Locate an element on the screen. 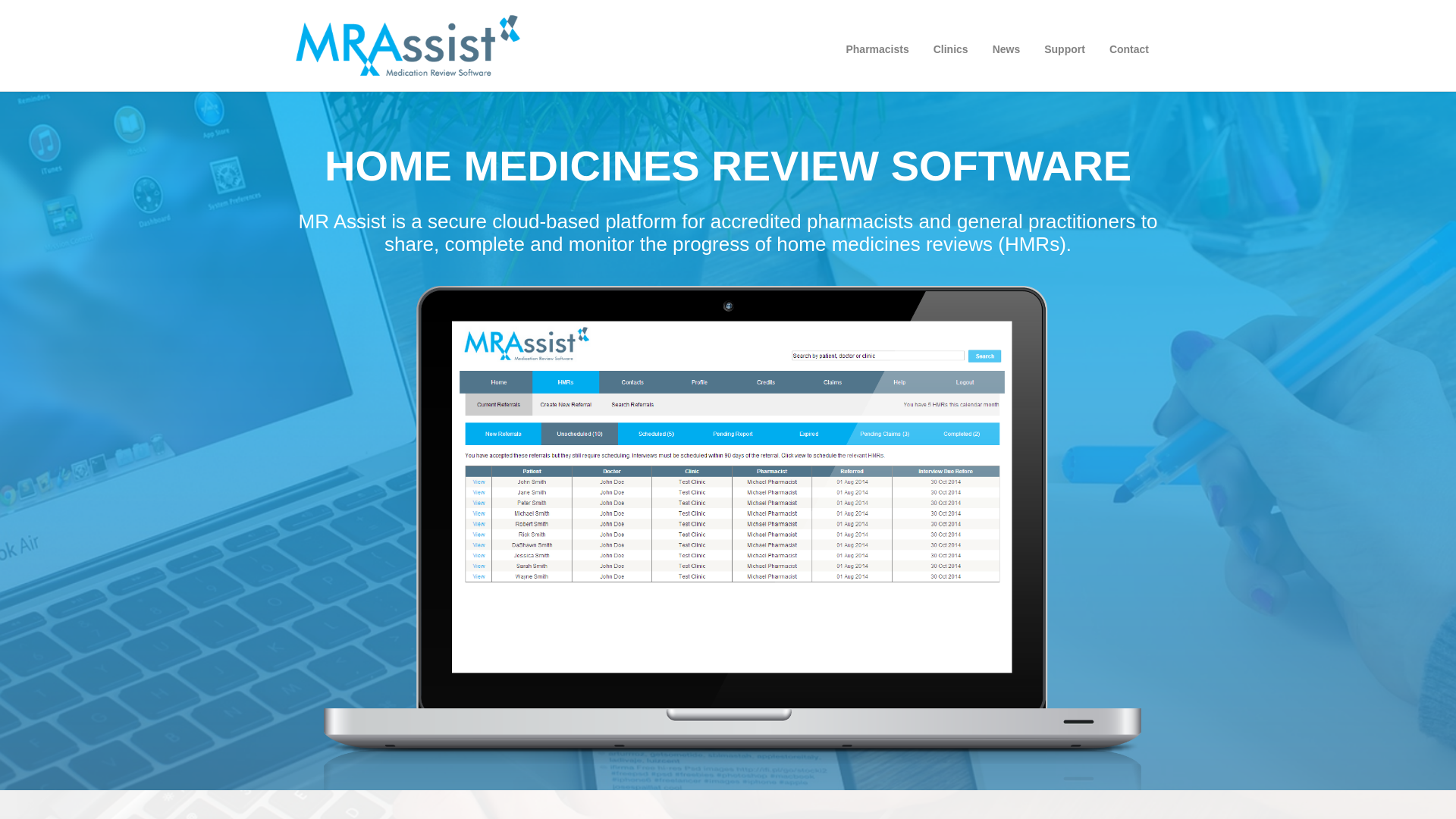  'Support' is located at coordinates (1063, 49).